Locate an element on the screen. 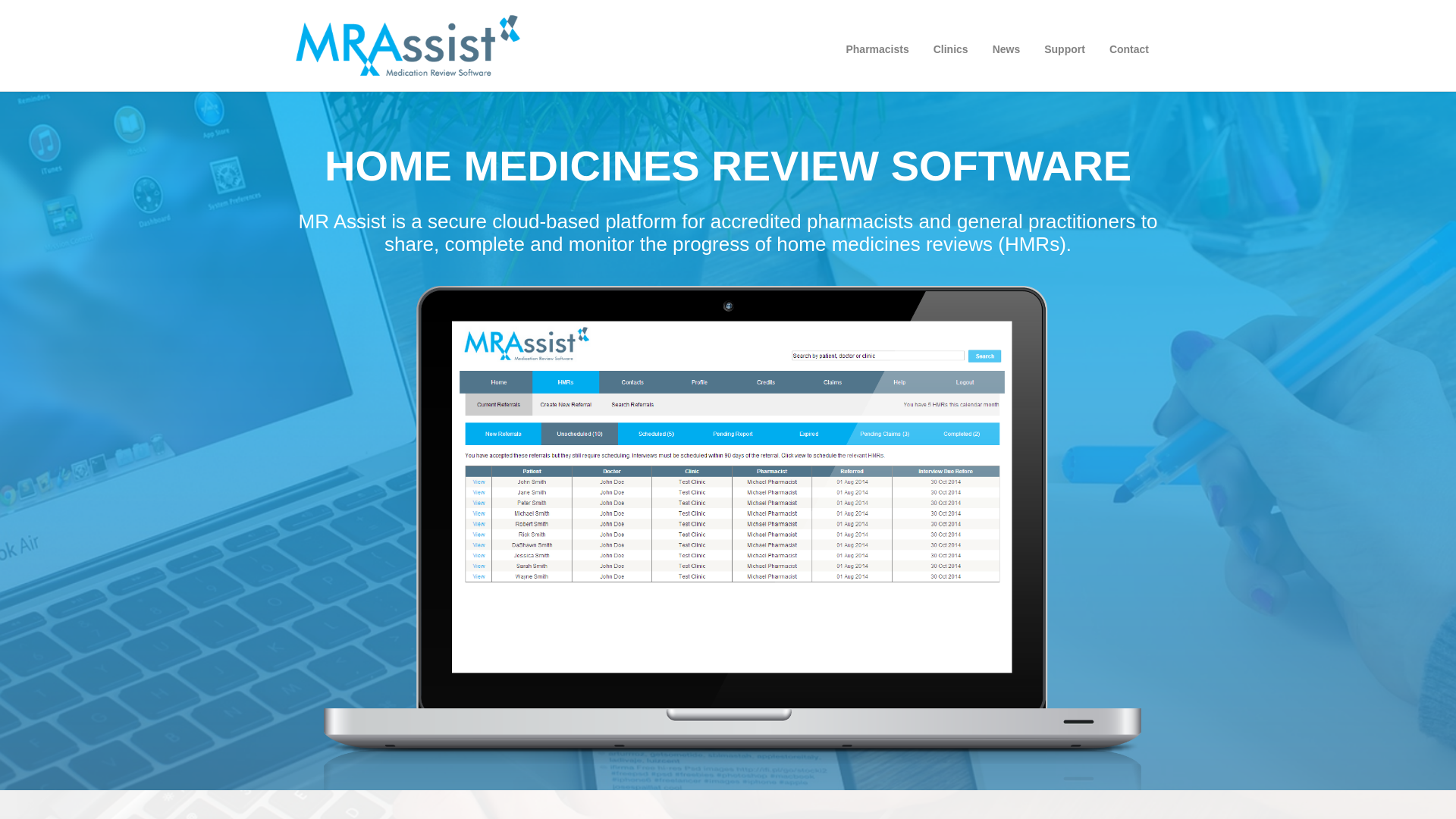  'Support' is located at coordinates (1063, 49).